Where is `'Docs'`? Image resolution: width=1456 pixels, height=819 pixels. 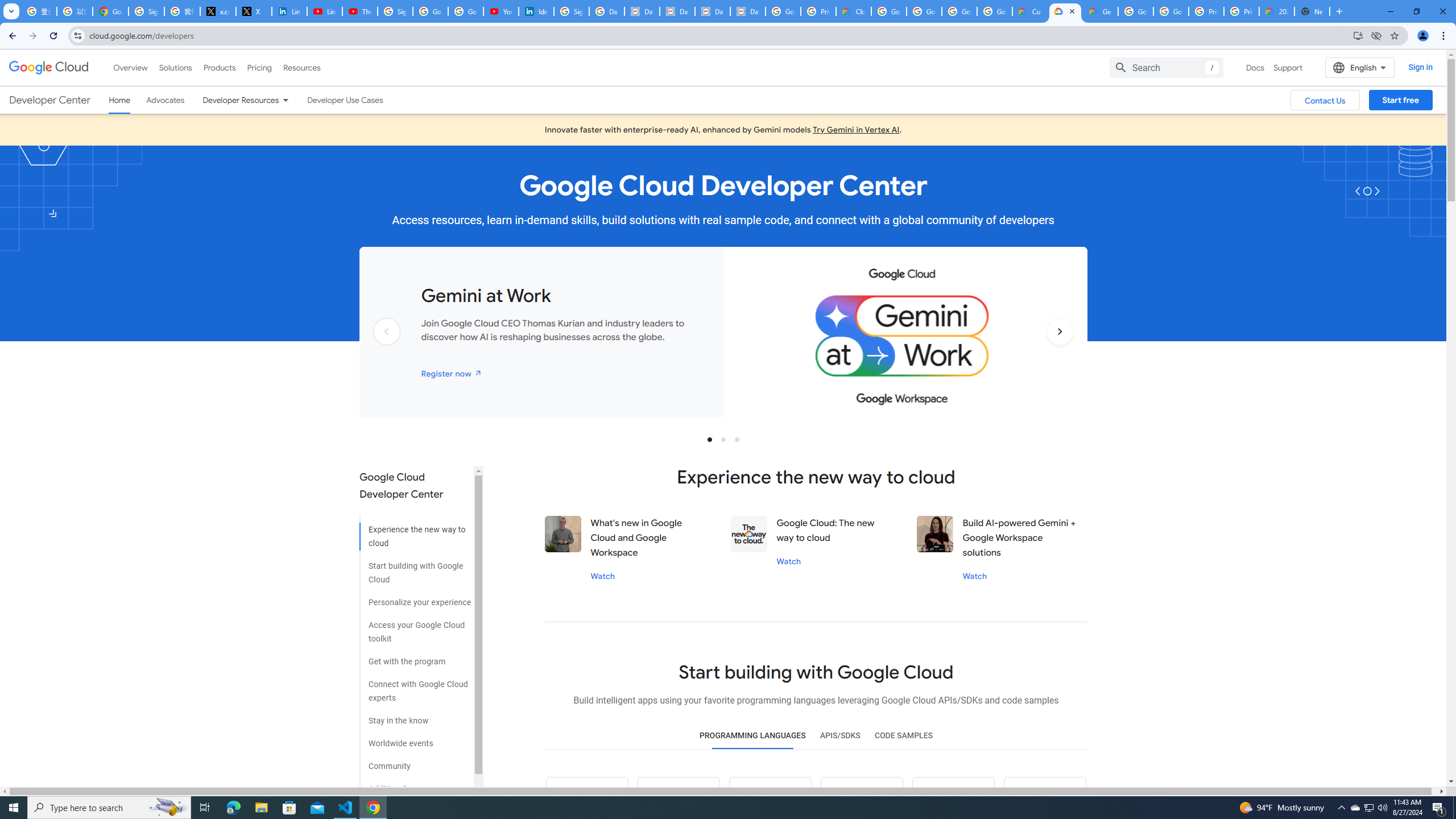 'Docs' is located at coordinates (1254, 67).